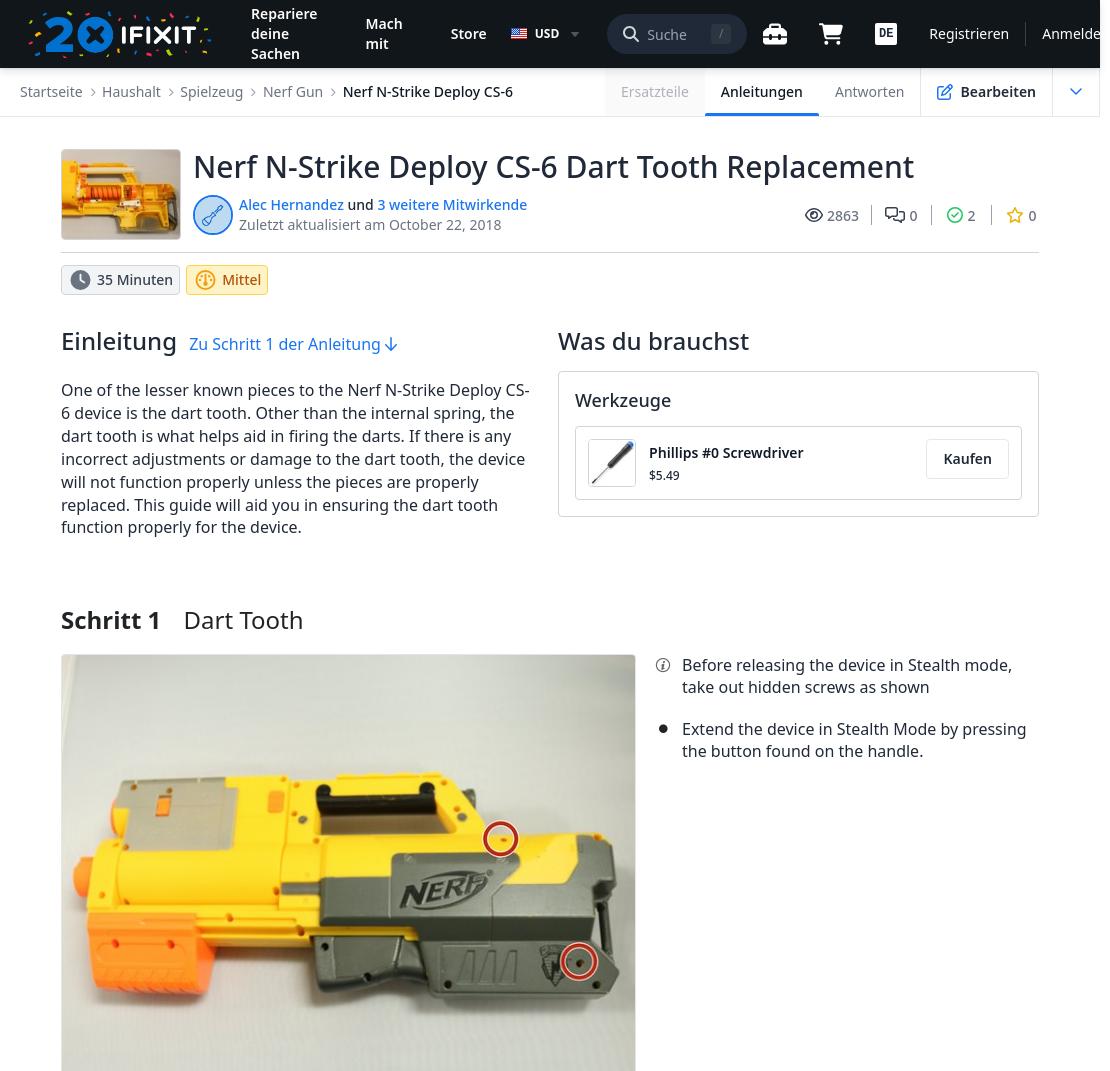 The width and height of the screenshot is (1110, 1071). I want to click on 'Extend the device in Stealth Mode by pressing the button found on the handle.', so click(681, 738).